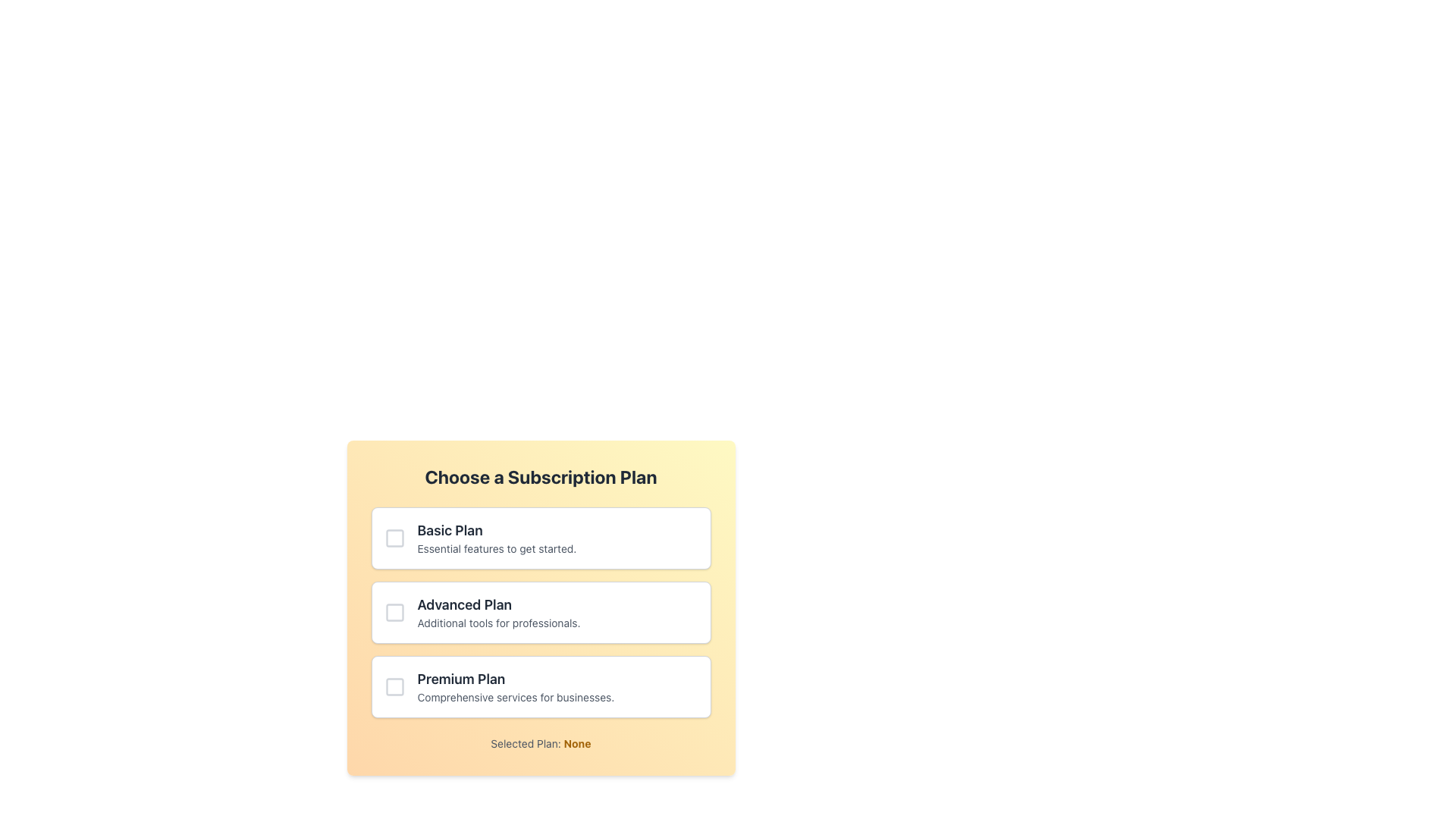 The image size is (1456, 819). Describe the element at coordinates (394, 611) in the screenshot. I see `the checkbox containing the minimalist icon styled as a square with rounded corners` at that location.